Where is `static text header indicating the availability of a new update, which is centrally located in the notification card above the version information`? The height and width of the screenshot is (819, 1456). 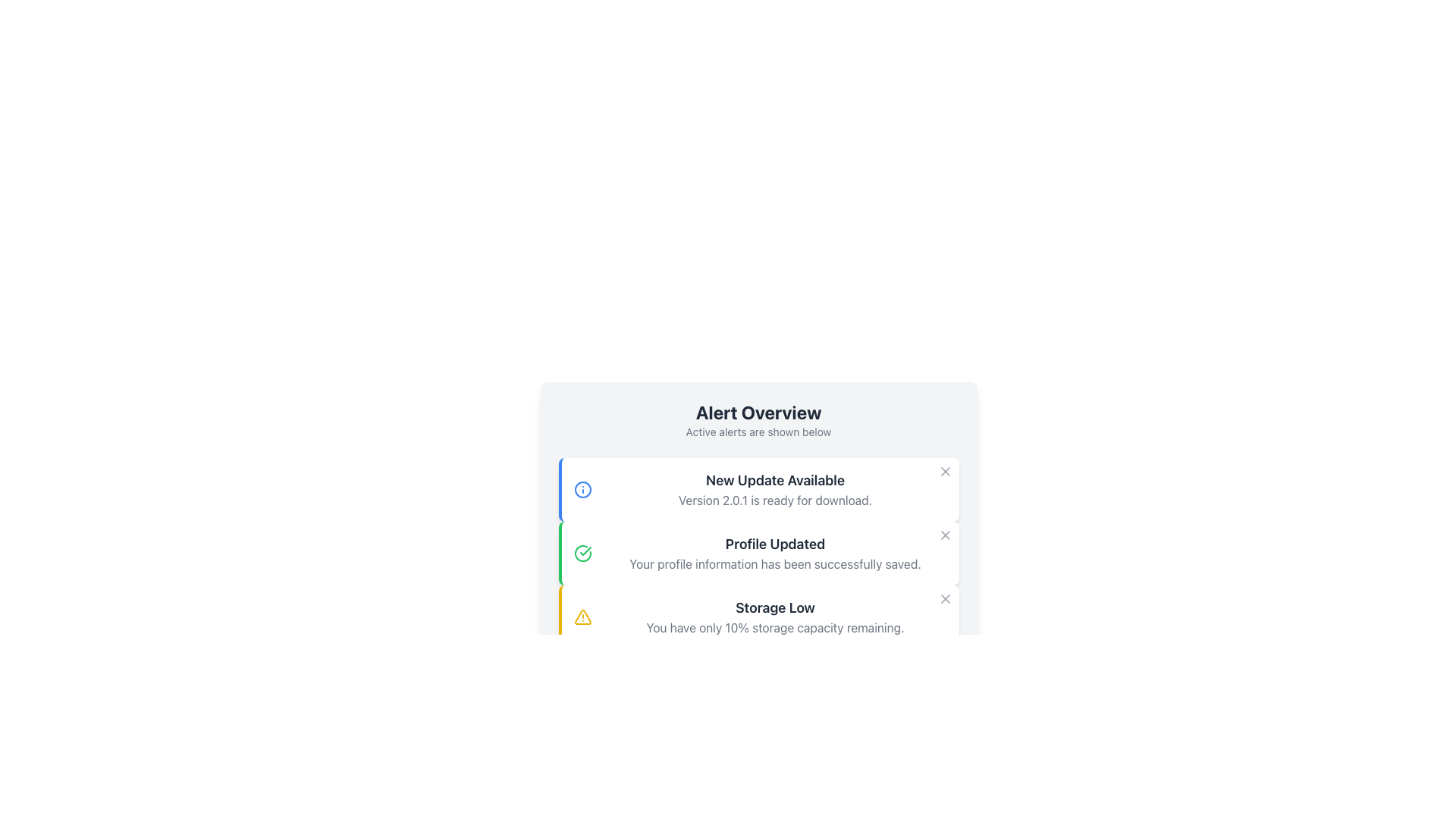
static text header indicating the availability of a new update, which is centrally located in the notification card above the version information is located at coordinates (775, 480).